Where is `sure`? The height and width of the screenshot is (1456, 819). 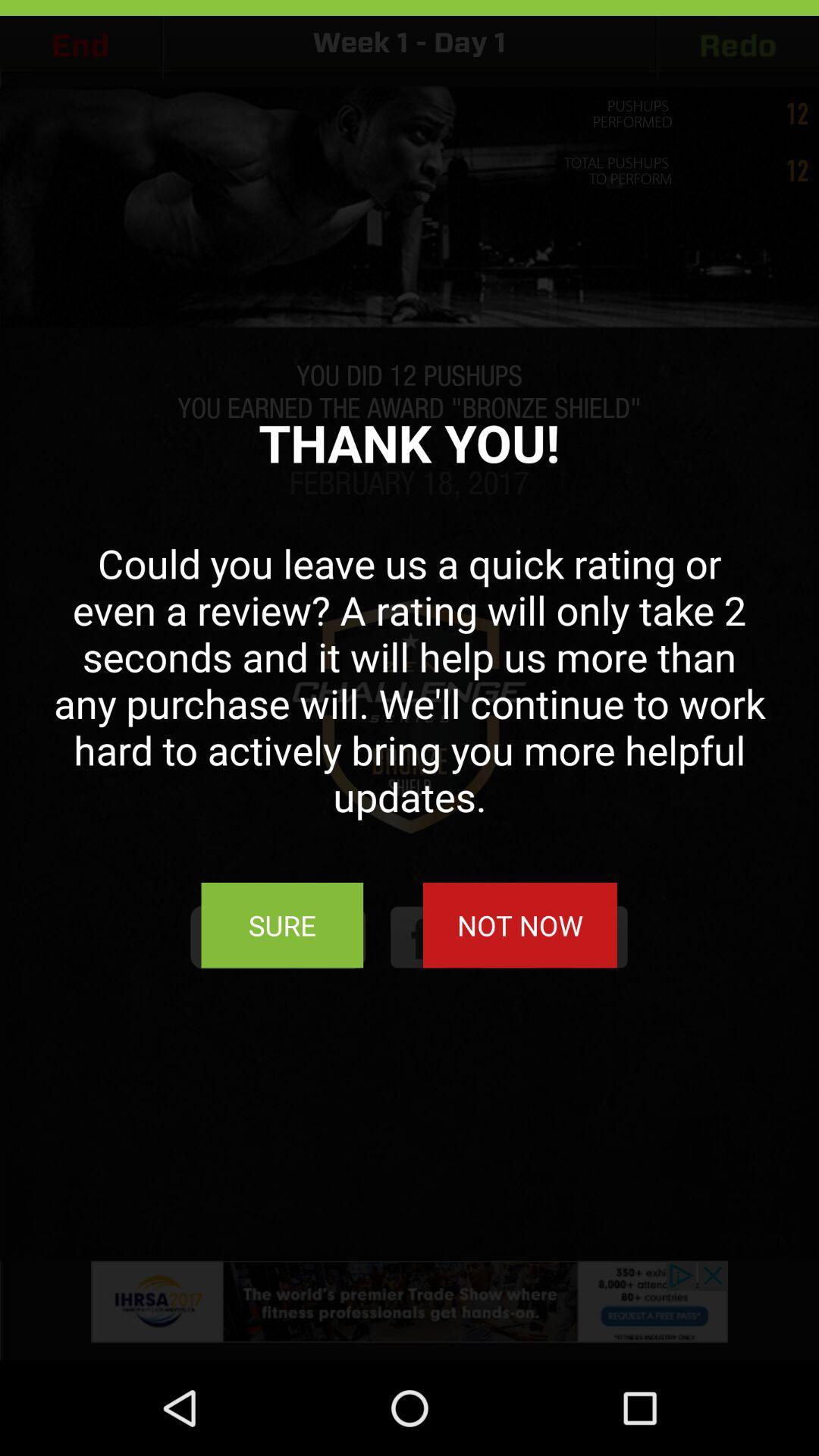 sure is located at coordinates (282, 924).